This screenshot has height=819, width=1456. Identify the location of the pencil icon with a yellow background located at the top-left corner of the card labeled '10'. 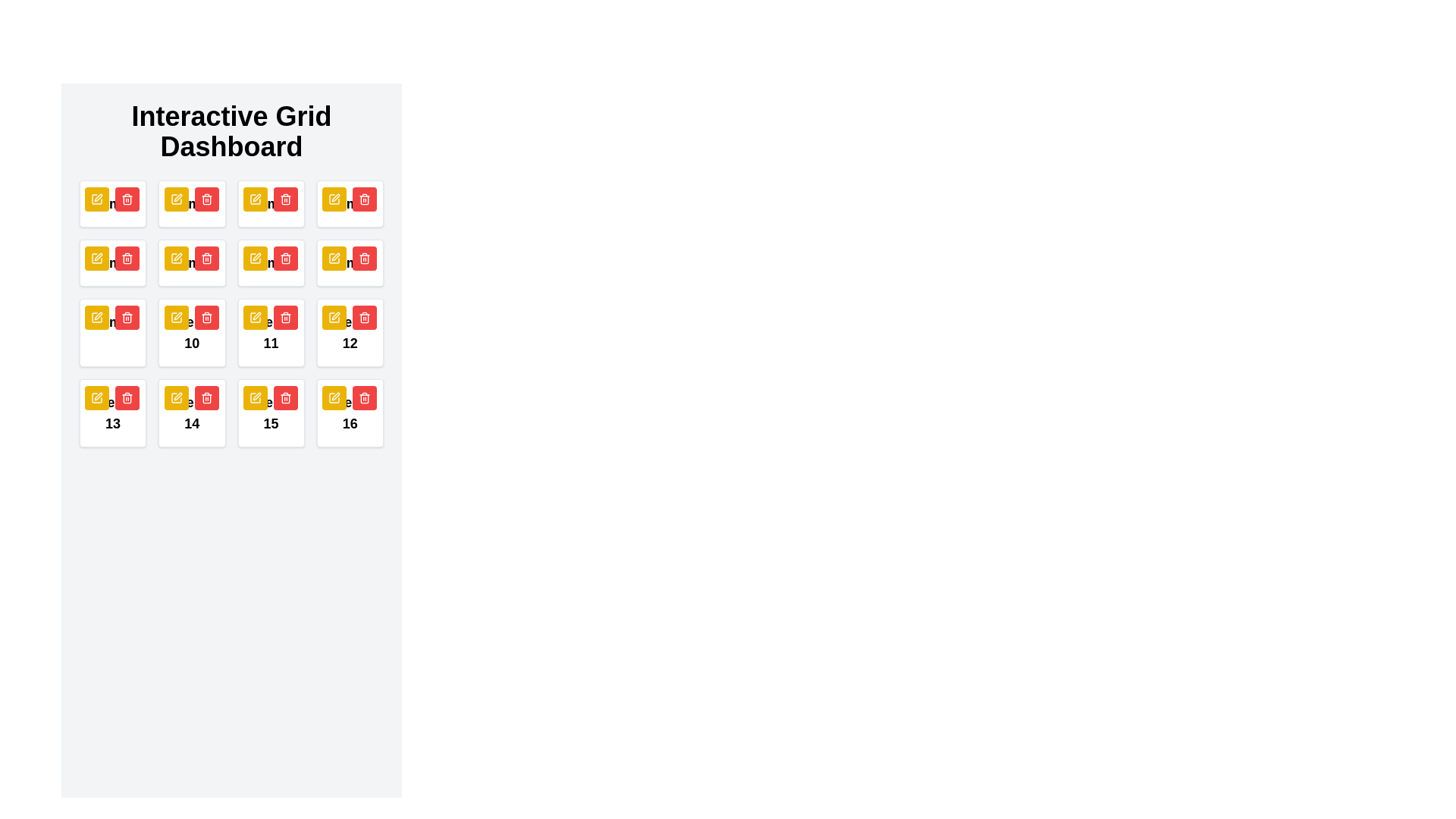
(176, 257).